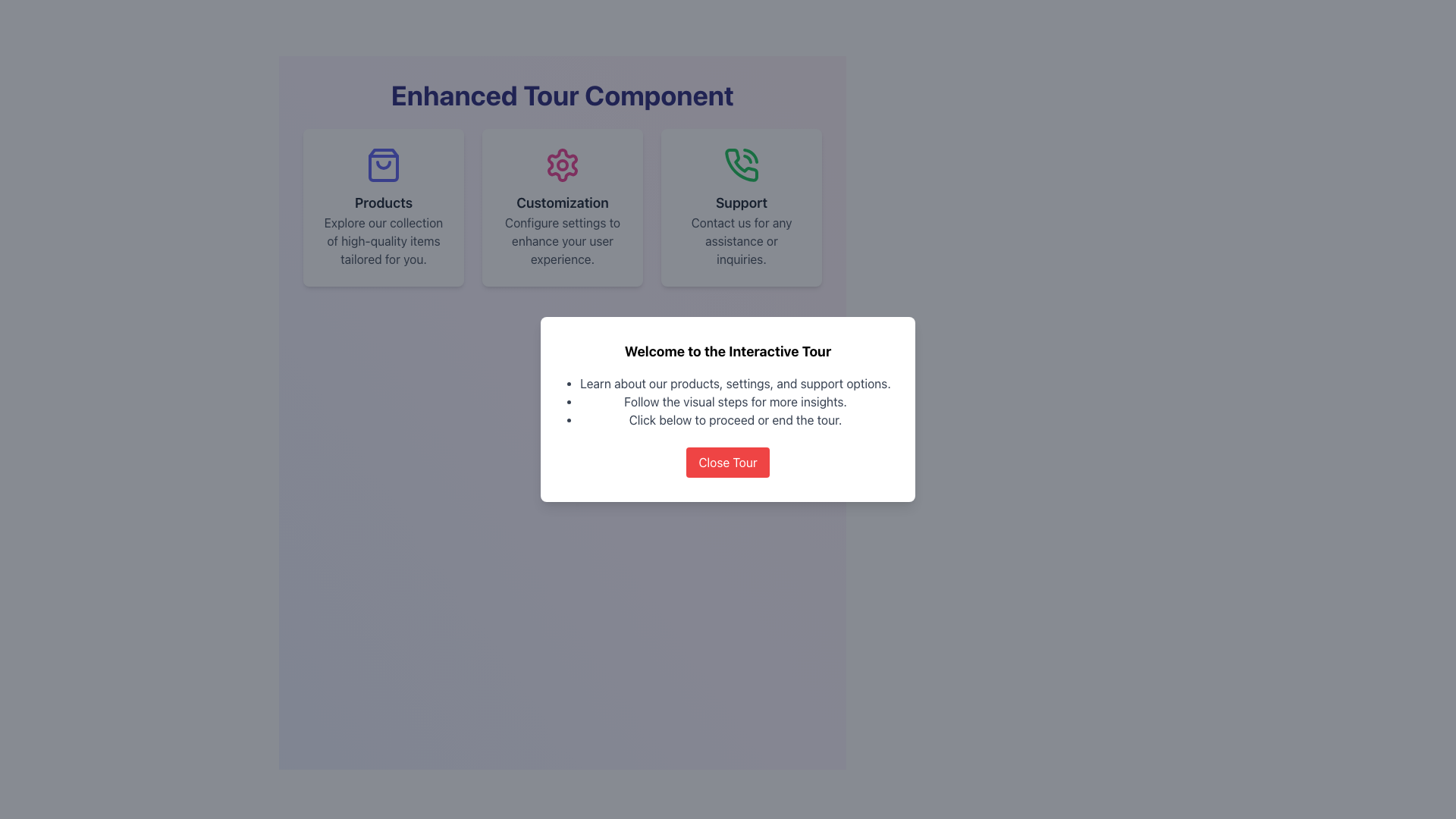 Image resolution: width=1456 pixels, height=819 pixels. Describe the element at coordinates (735, 420) in the screenshot. I see `static text message located in the third position of the unordered list within the modal box, which provides instructions for the next step in the interactive tour` at that location.